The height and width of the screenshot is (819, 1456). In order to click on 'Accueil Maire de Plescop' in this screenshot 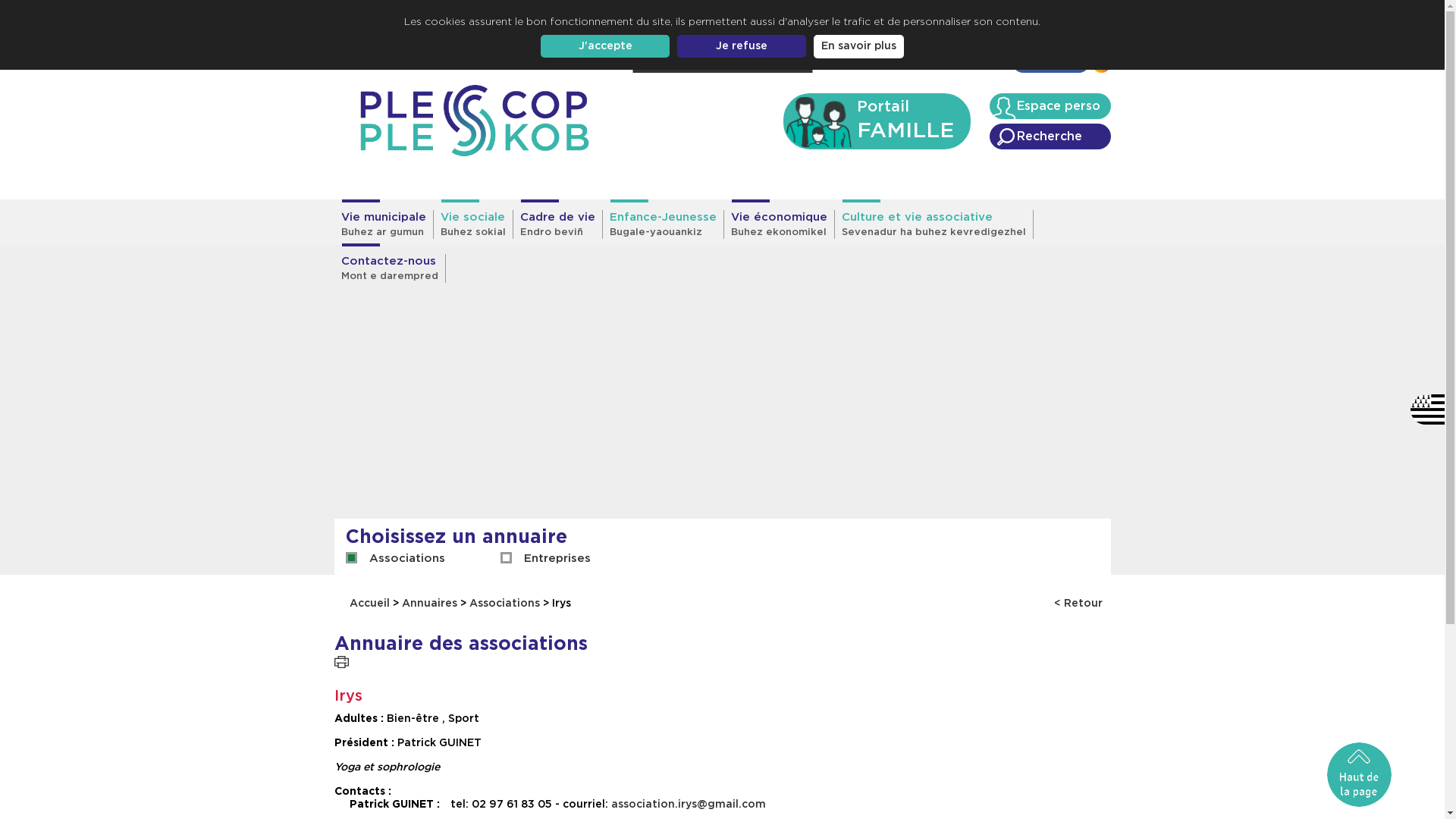, I will do `click(472, 120)`.